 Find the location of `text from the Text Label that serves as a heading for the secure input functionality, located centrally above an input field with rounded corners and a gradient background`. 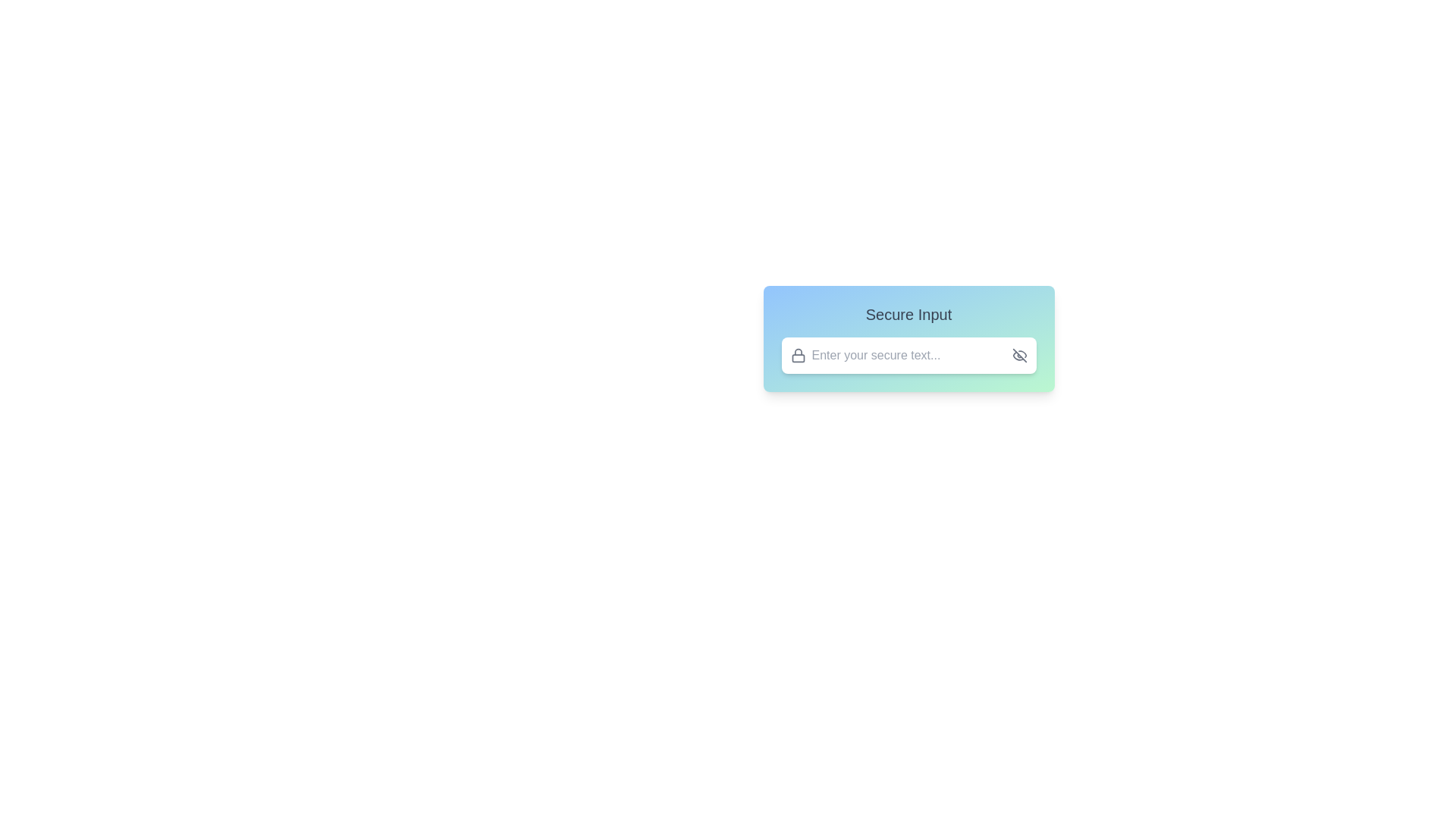

text from the Text Label that serves as a heading for the secure input functionality, located centrally above an input field with rounded corners and a gradient background is located at coordinates (908, 314).